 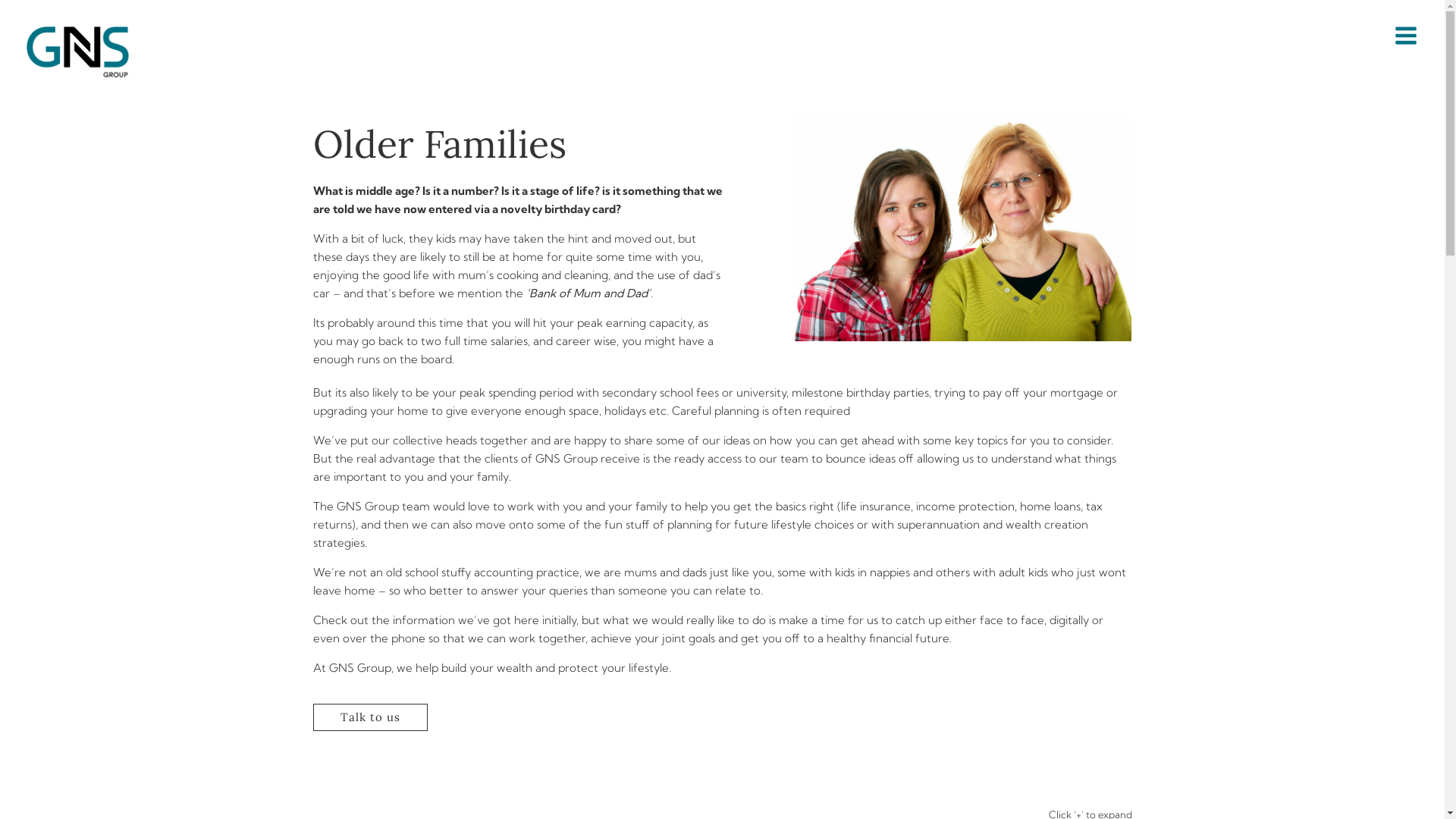 What do you see at coordinates (369, 717) in the screenshot?
I see `'Talk to us'` at bounding box center [369, 717].